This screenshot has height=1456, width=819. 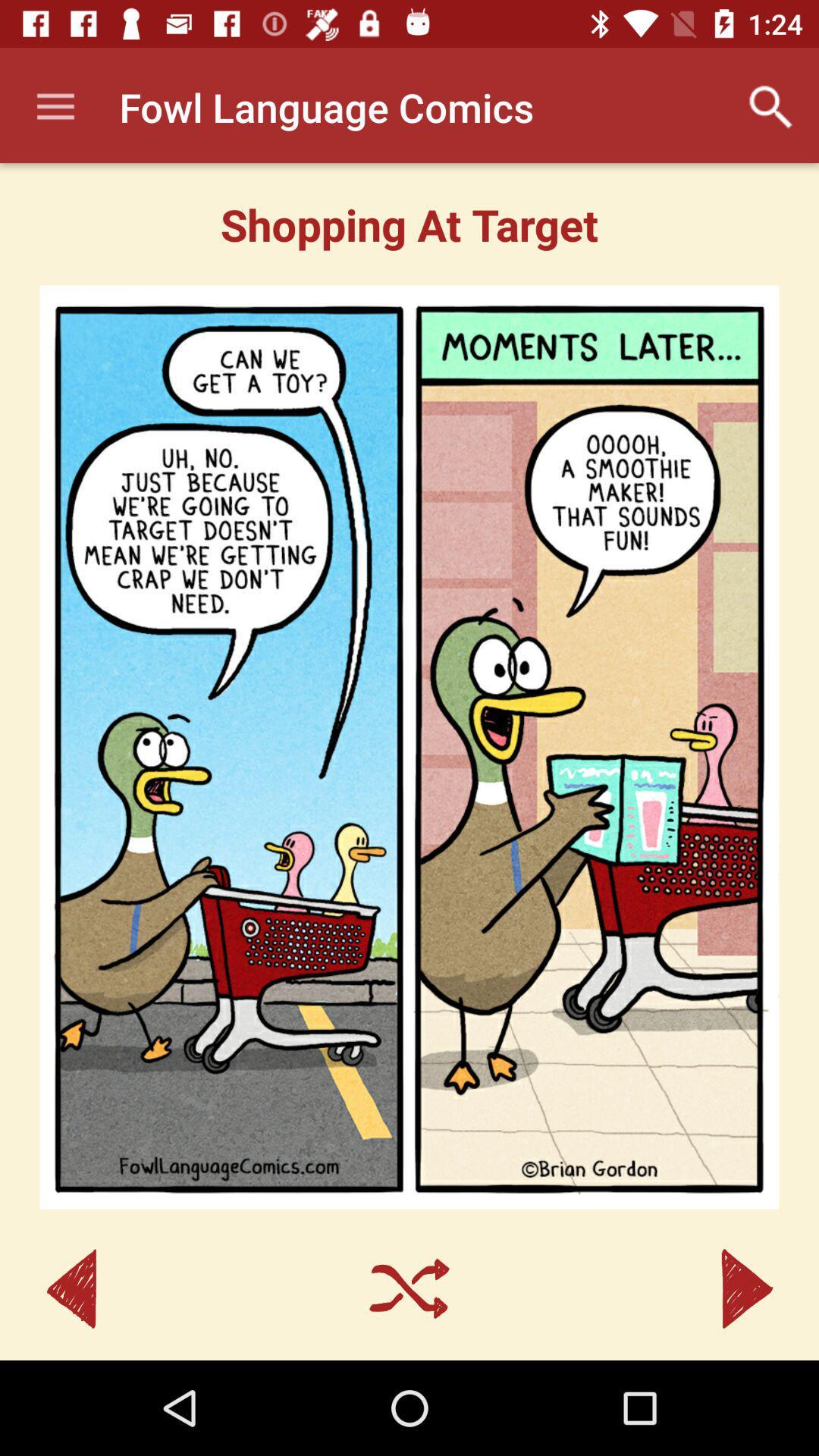 What do you see at coordinates (409, 1288) in the screenshot?
I see `the close icon` at bounding box center [409, 1288].